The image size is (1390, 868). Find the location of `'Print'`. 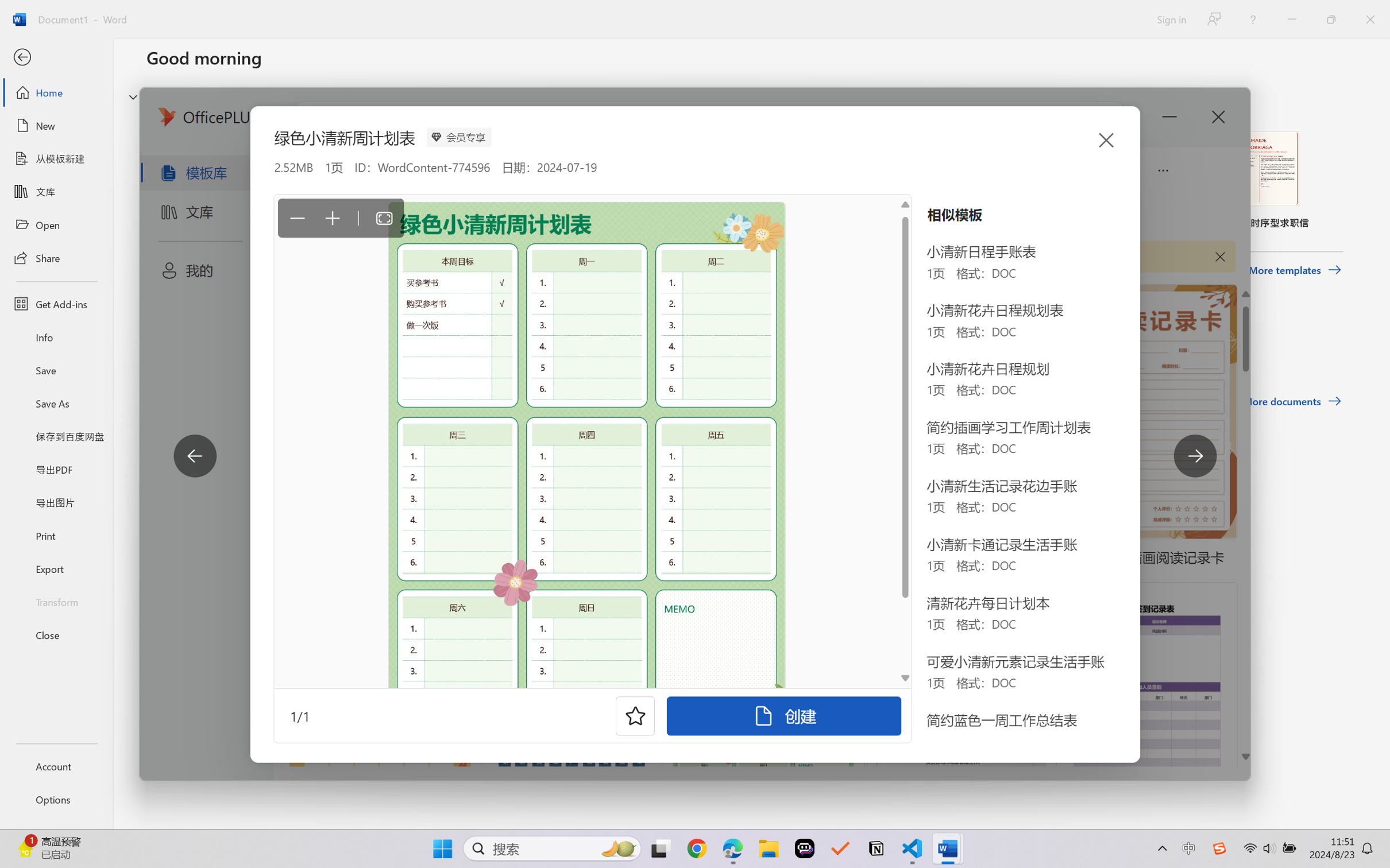

'Print' is located at coordinates (56, 536).